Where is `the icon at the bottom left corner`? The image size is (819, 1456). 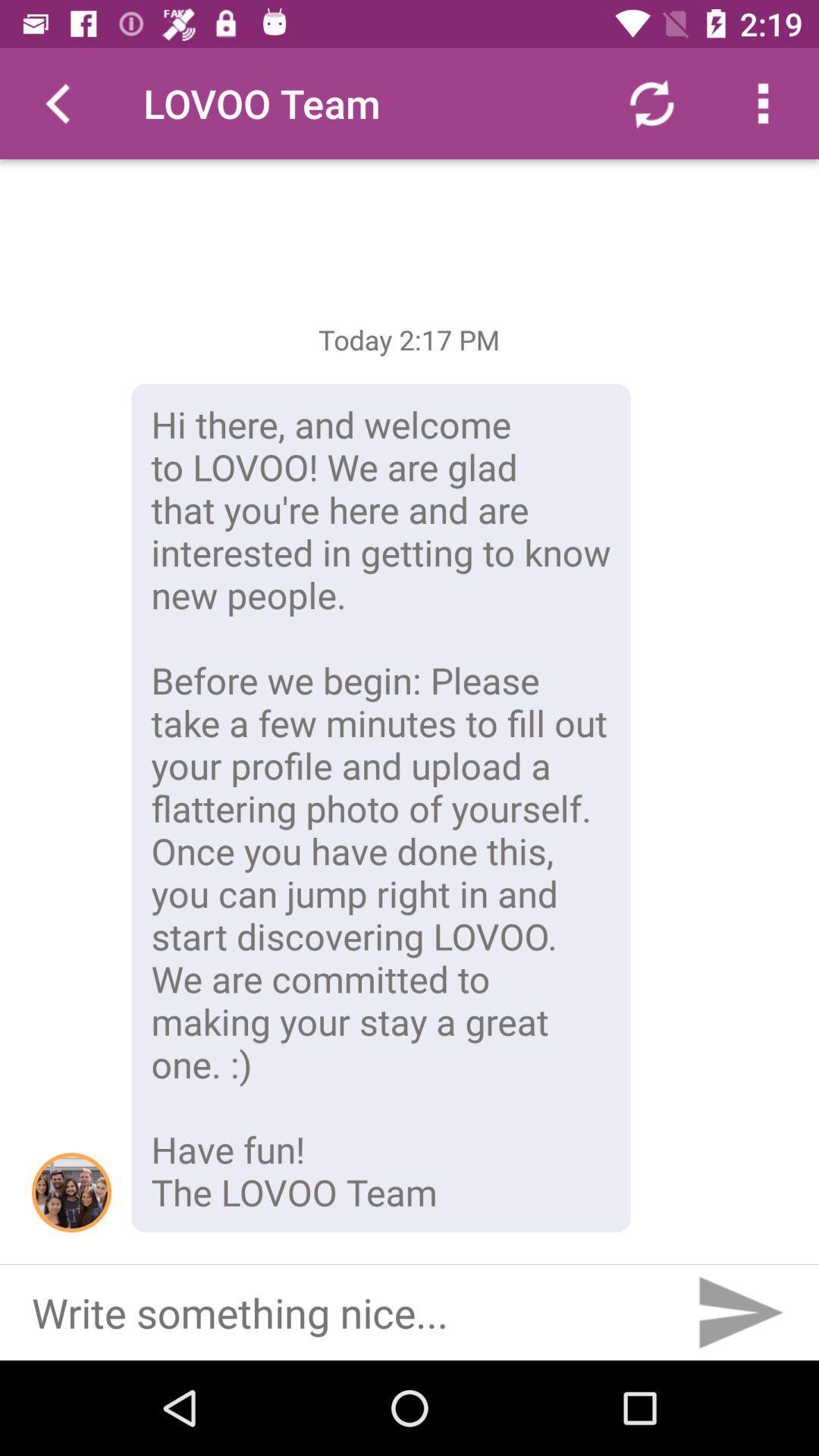
the icon at the bottom left corner is located at coordinates (71, 1191).